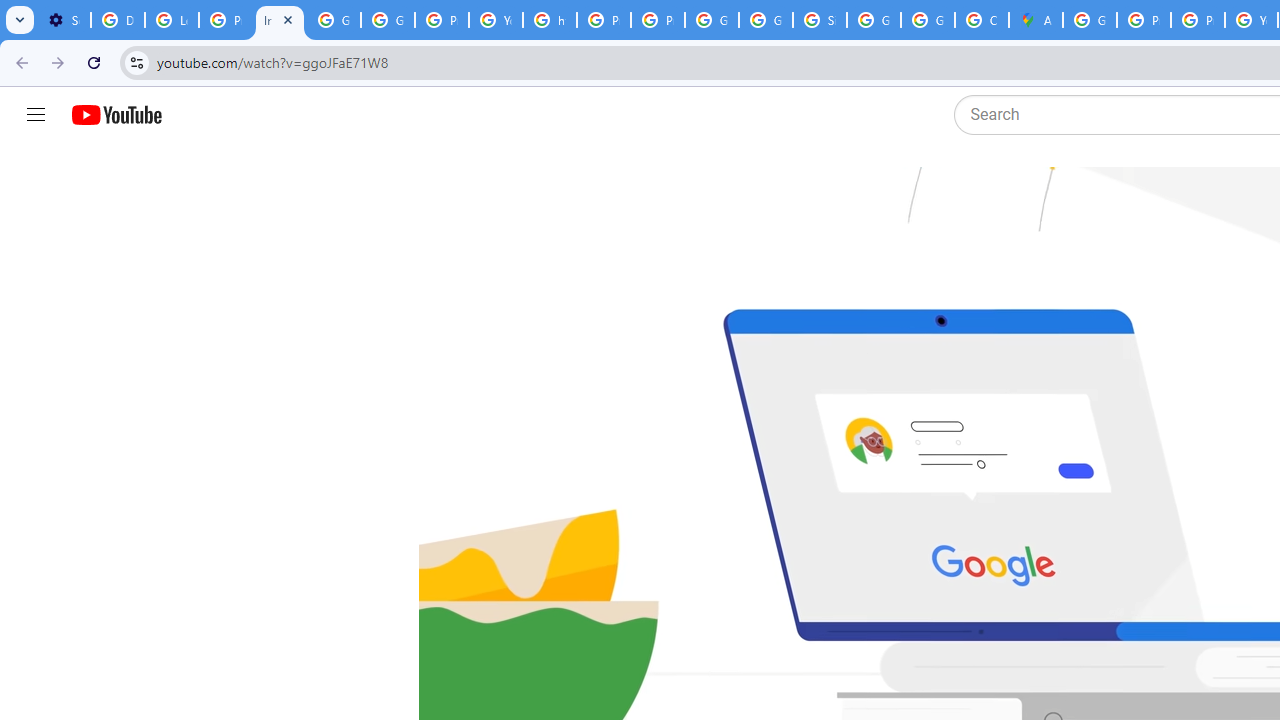 The width and height of the screenshot is (1280, 720). Describe the element at coordinates (115, 115) in the screenshot. I see `'YouTube Home'` at that location.